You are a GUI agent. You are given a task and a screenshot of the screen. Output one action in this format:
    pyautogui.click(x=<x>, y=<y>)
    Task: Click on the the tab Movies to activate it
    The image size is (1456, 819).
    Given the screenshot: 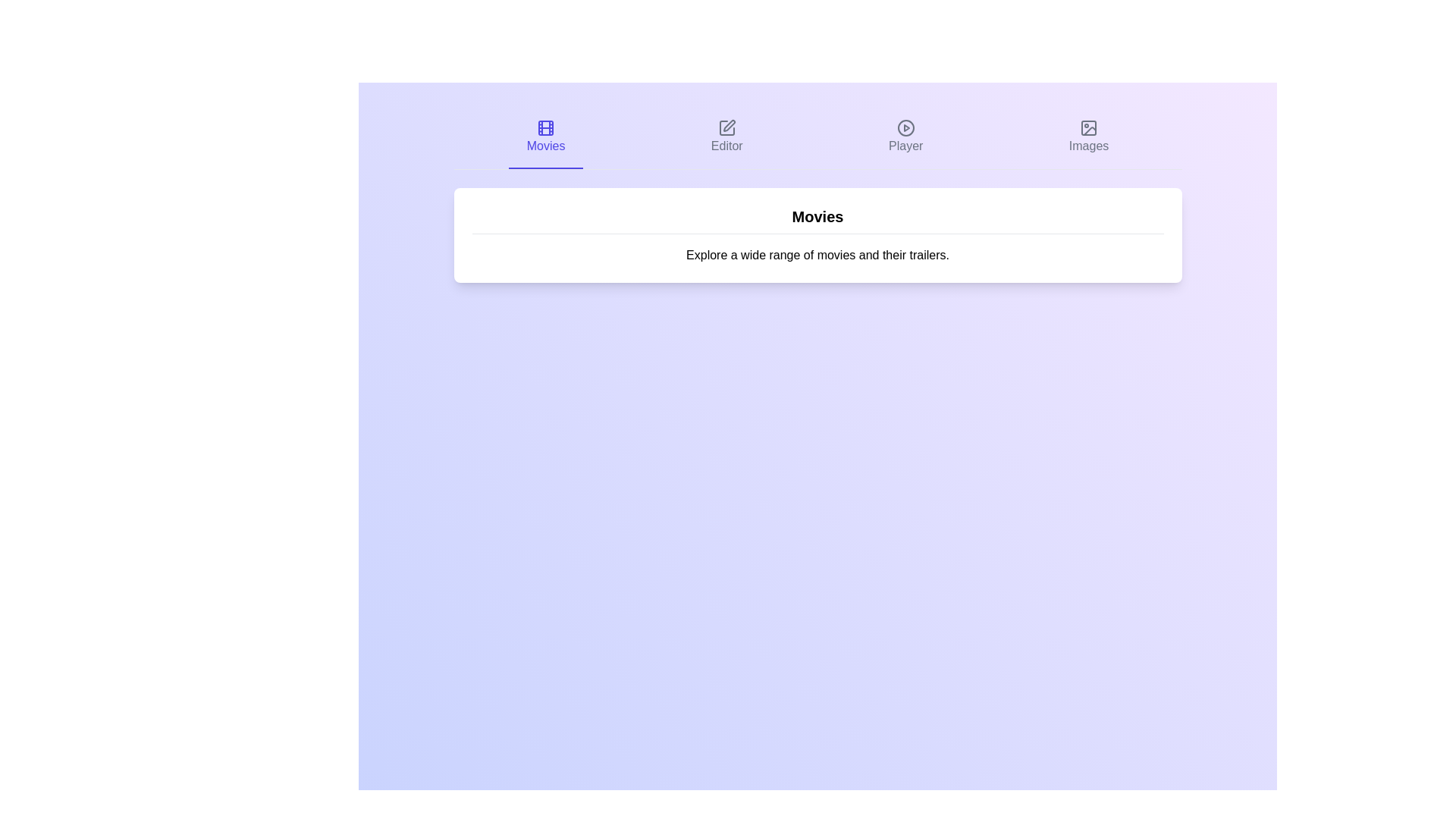 What is the action you would take?
    pyautogui.click(x=546, y=137)
    